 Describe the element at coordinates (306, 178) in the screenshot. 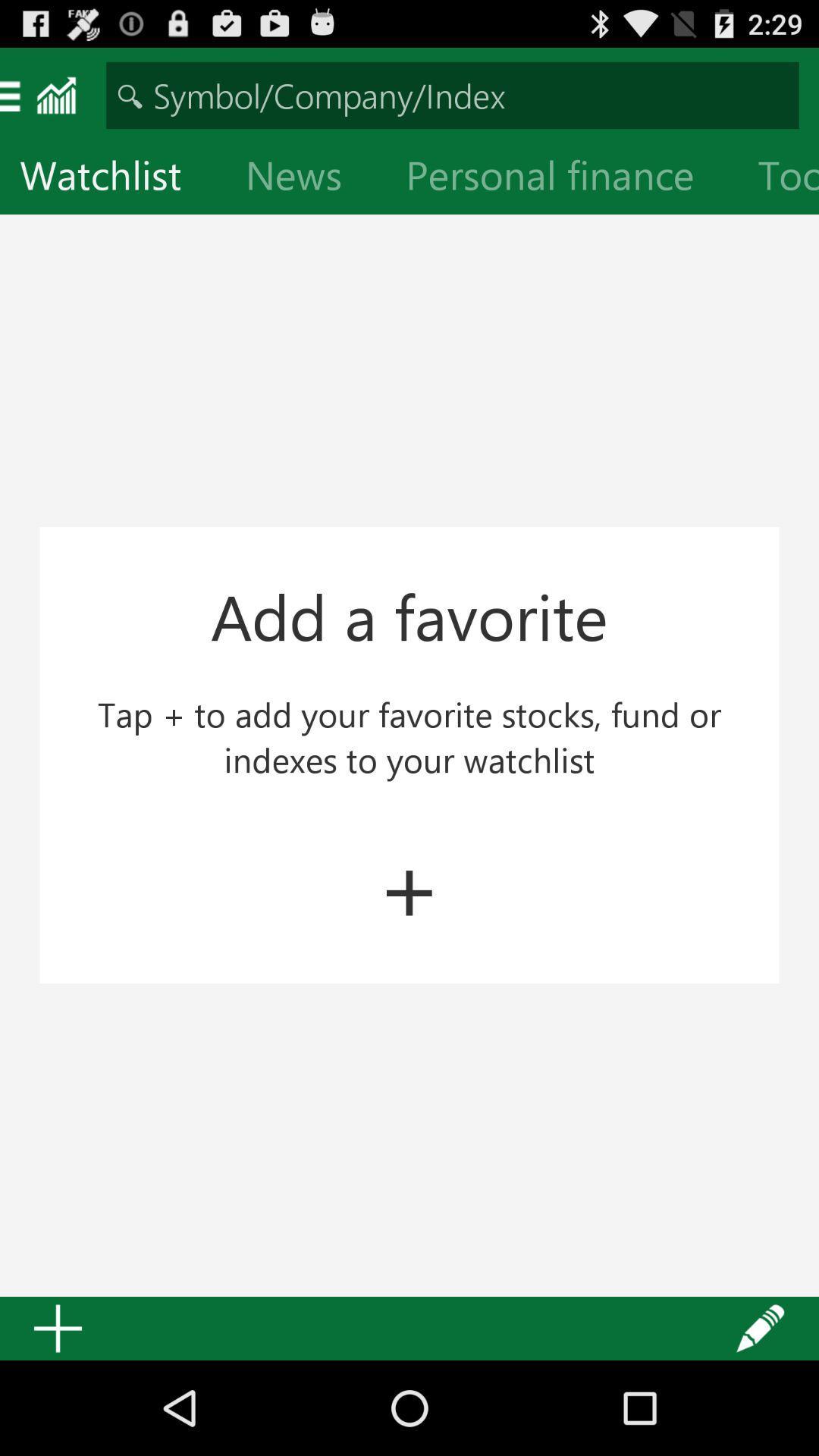

I see `the item next to personal finance item` at that location.